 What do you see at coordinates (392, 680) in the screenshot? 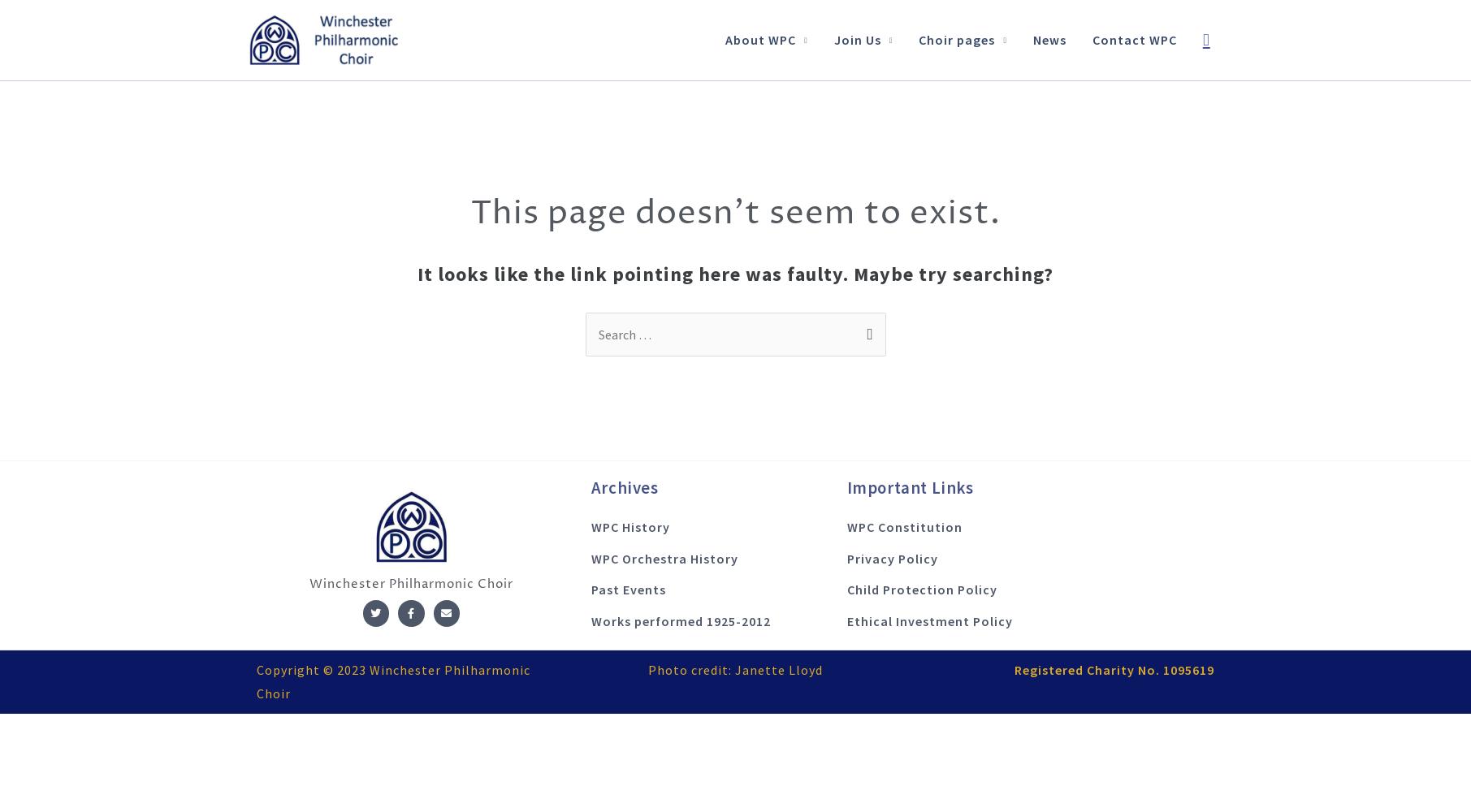
I see `'Copyright © 2023 Winchester Philharmonic Choir'` at bounding box center [392, 680].